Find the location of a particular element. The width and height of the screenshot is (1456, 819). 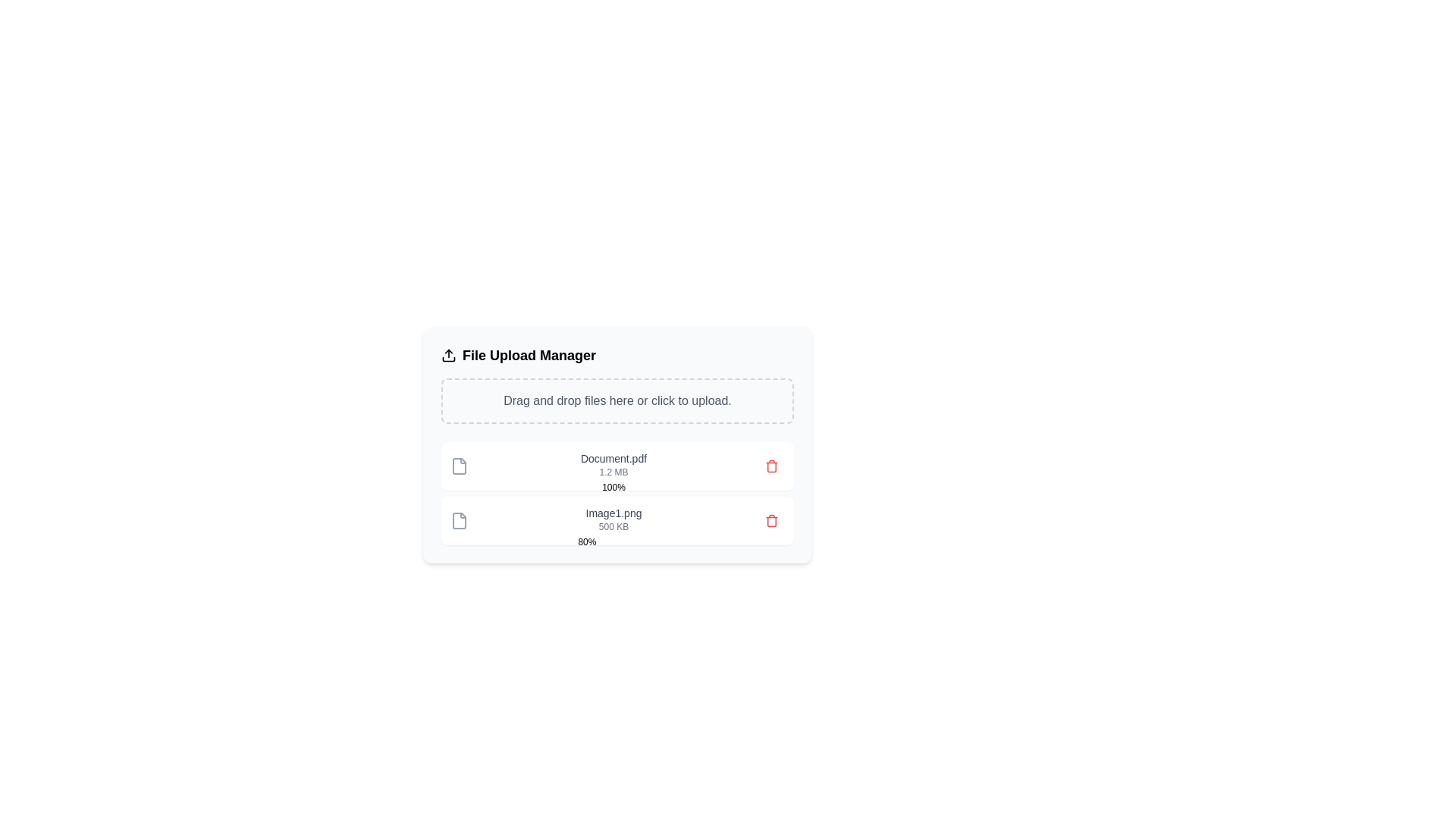

the text label displaying the file size information for the uploaded file, which is located below the filename 'Image1.png' in the file upload manager interface is located at coordinates (613, 526).